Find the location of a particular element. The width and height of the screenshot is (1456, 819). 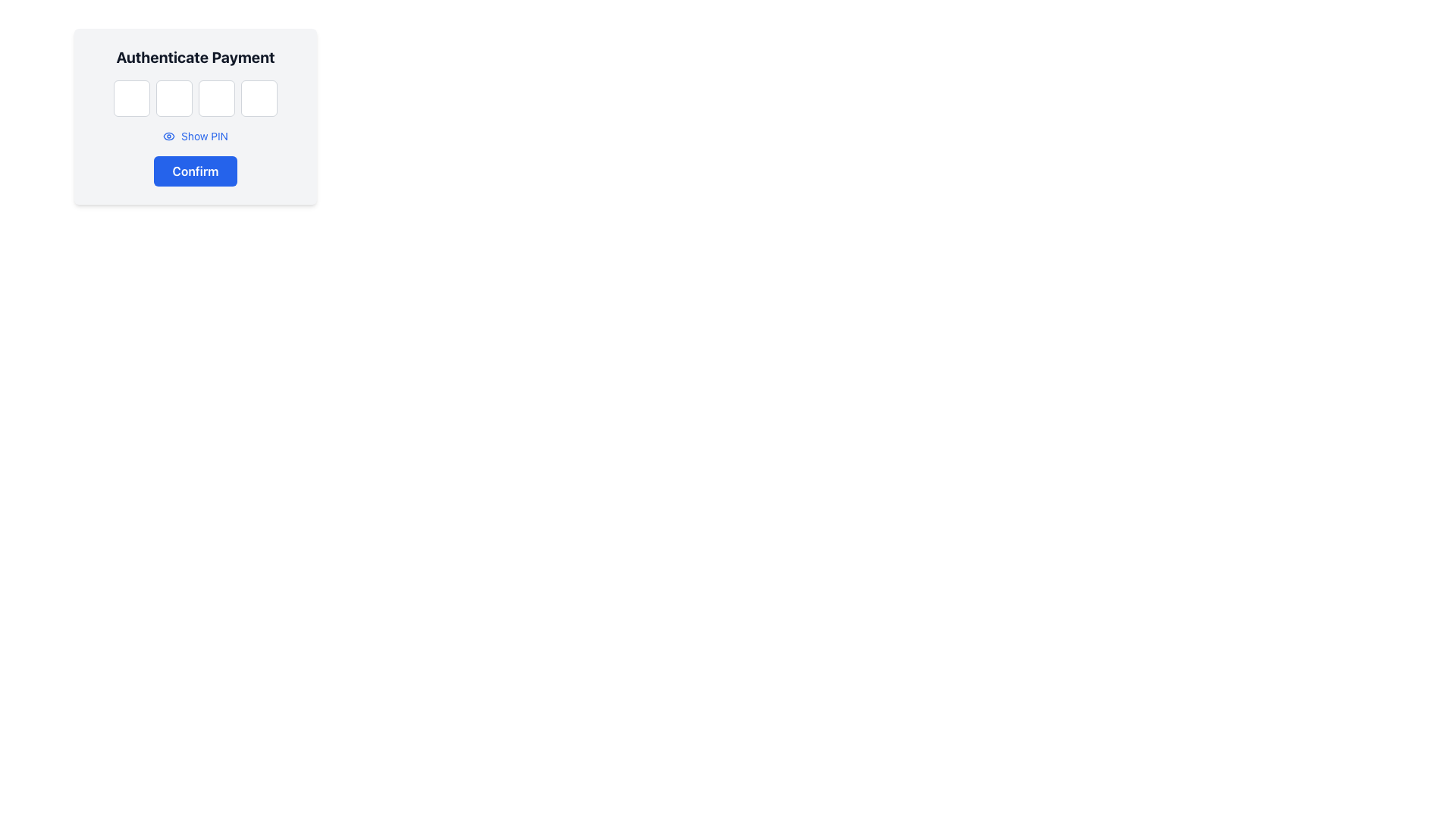

the rectangular 'Confirm' button with rounded corners and a blue background is located at coordinates (195, 171).